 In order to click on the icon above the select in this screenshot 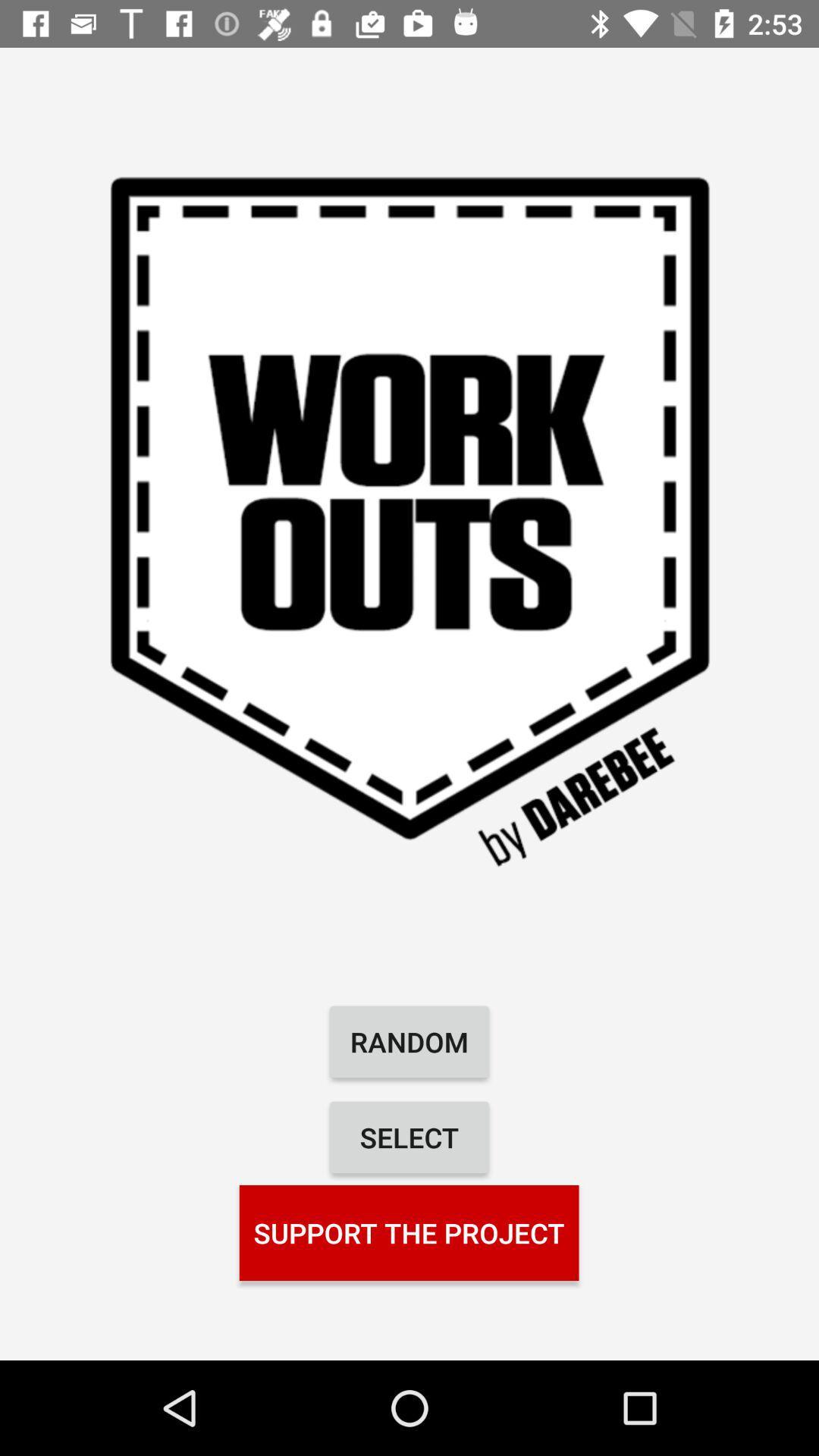, I will do `click(409, 1040)`.